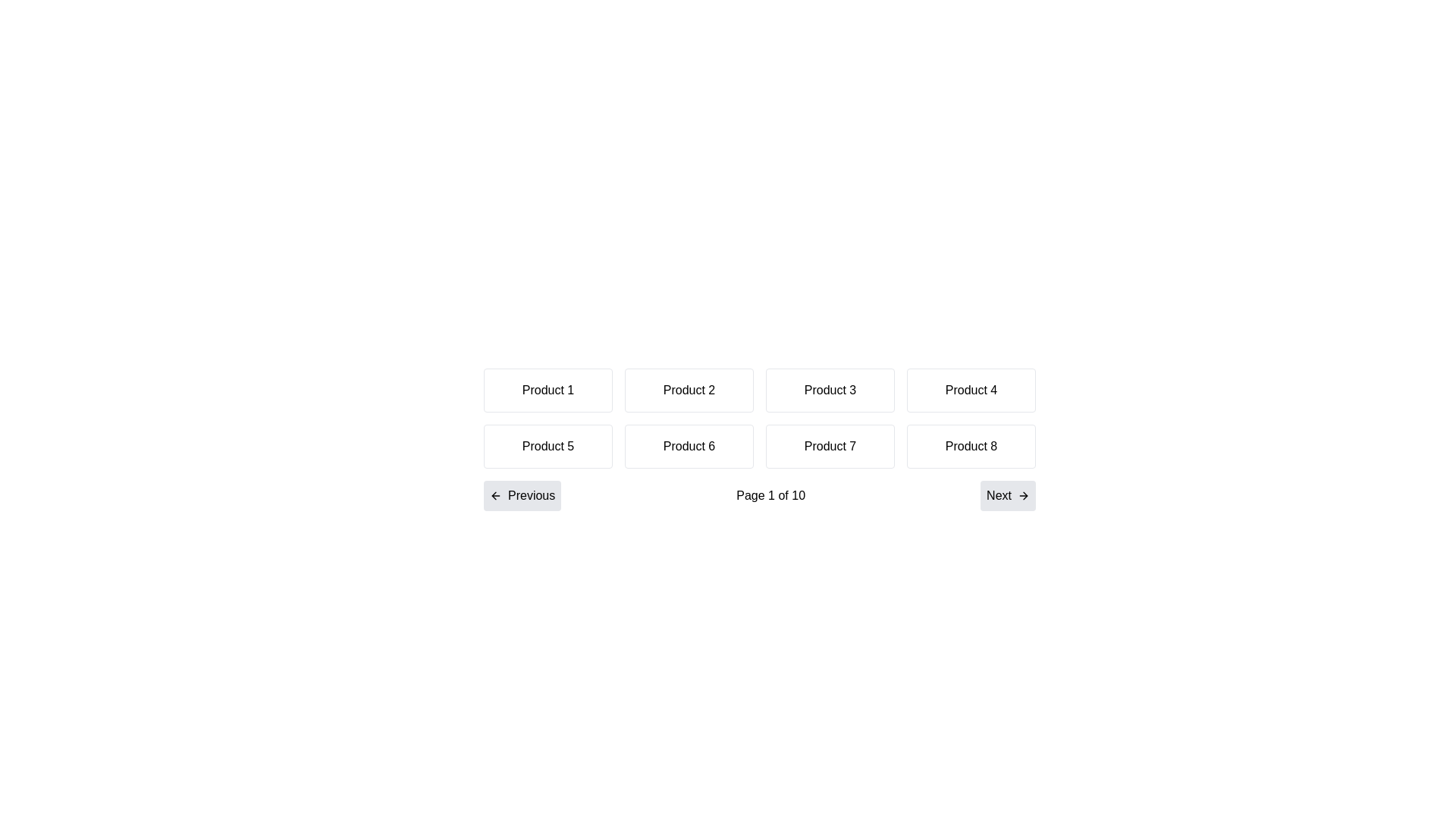  I want to click on the 'Previous' button text label in the pagination control, so click(532, 496).